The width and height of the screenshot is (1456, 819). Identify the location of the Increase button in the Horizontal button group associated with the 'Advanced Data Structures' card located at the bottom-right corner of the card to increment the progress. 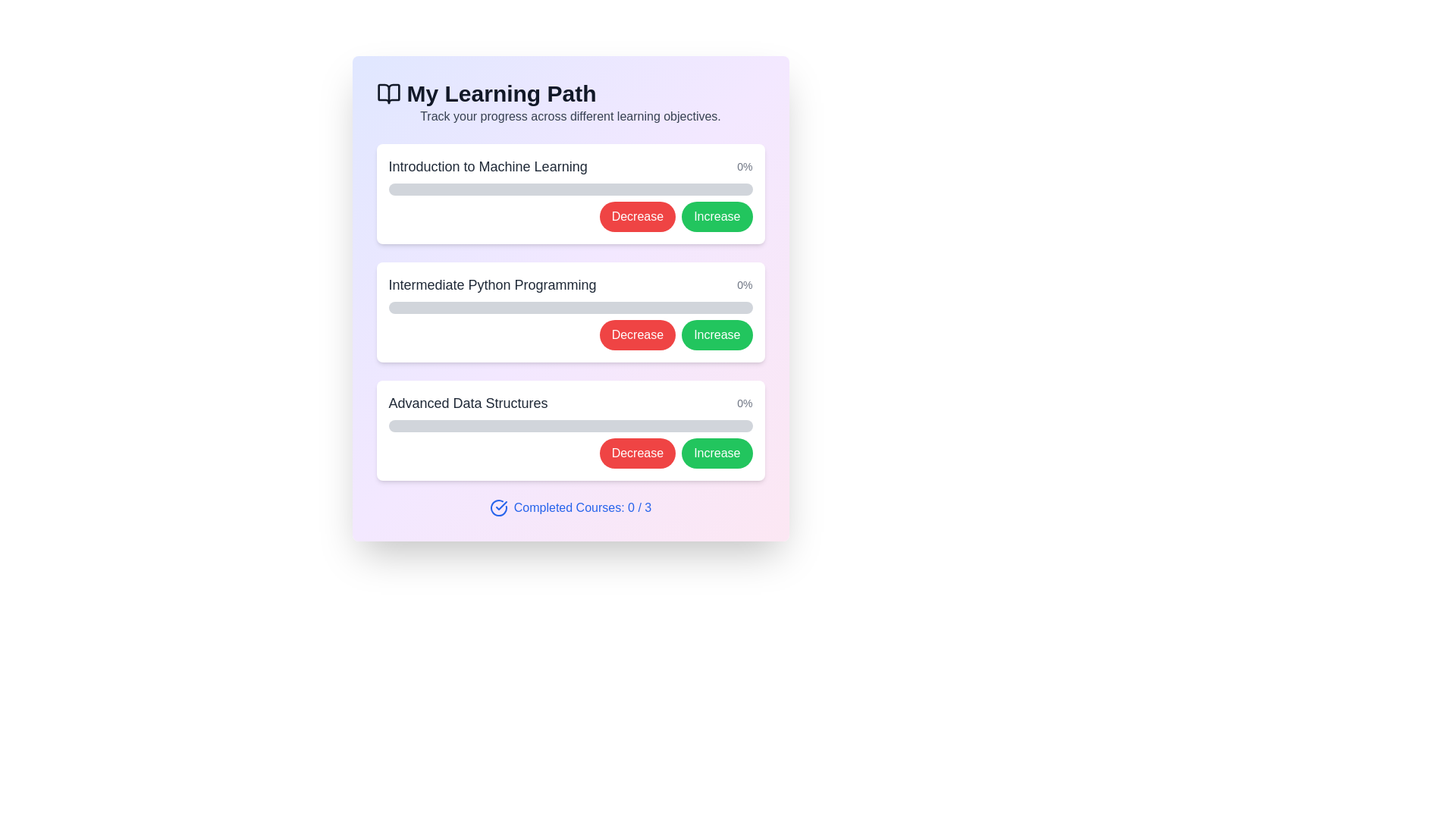
(570, 452).